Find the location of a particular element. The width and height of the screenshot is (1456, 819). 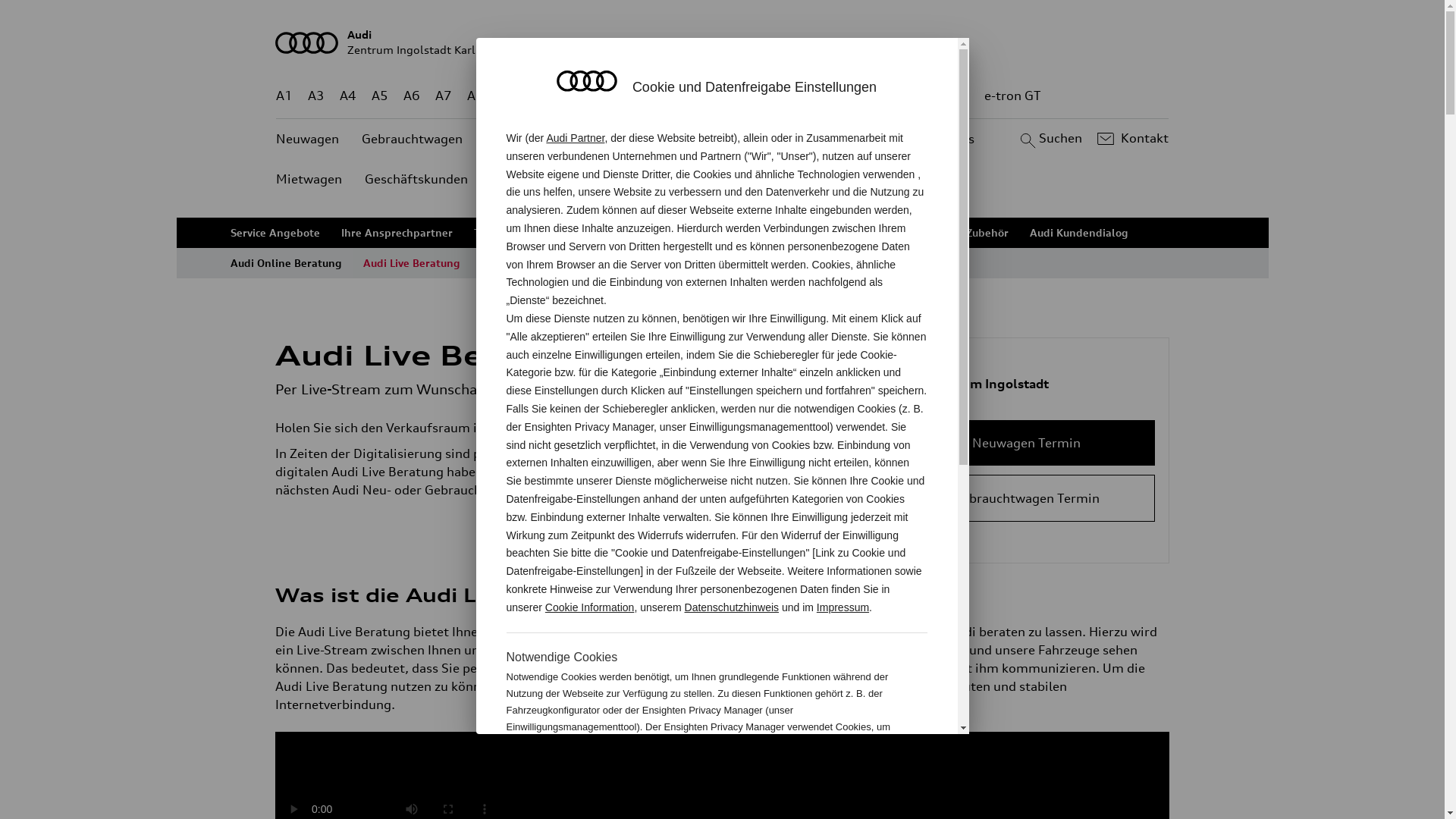

'Mietwagen' is located at coordinates (308, 178).